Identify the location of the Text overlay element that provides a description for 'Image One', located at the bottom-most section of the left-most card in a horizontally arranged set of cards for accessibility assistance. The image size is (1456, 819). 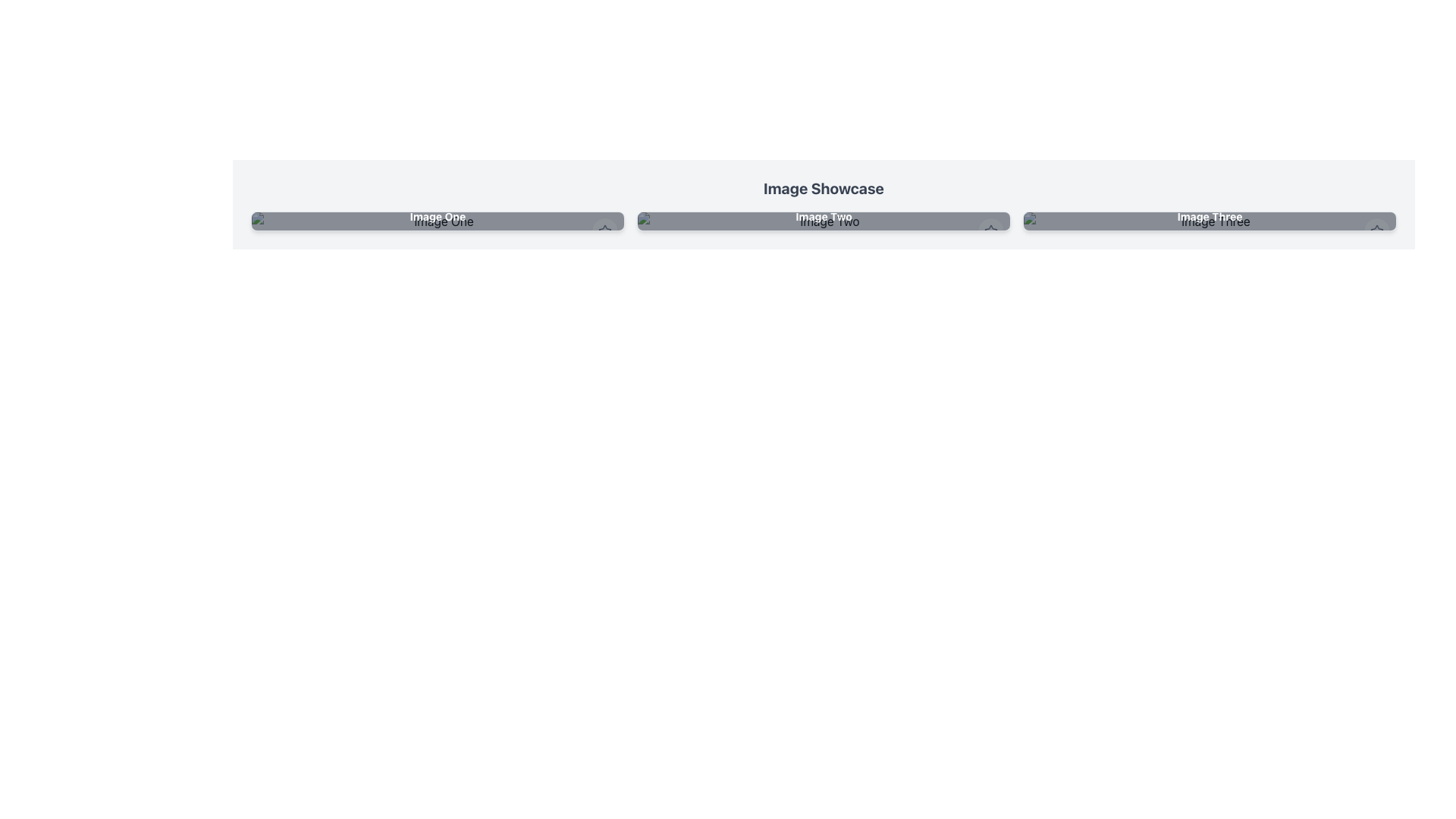
(437, 216).